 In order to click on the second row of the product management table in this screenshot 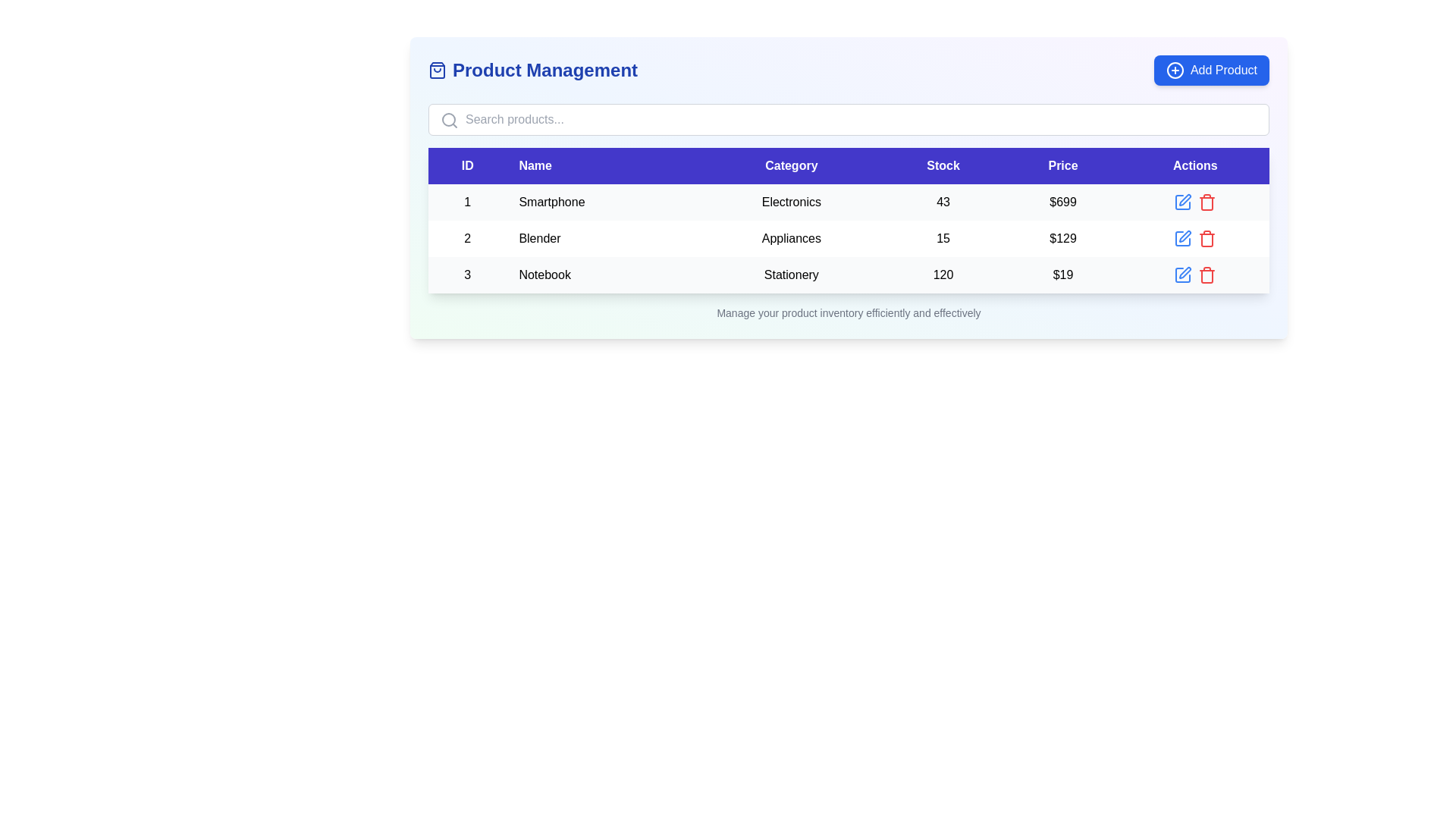, I will do `click(848, 239)`.